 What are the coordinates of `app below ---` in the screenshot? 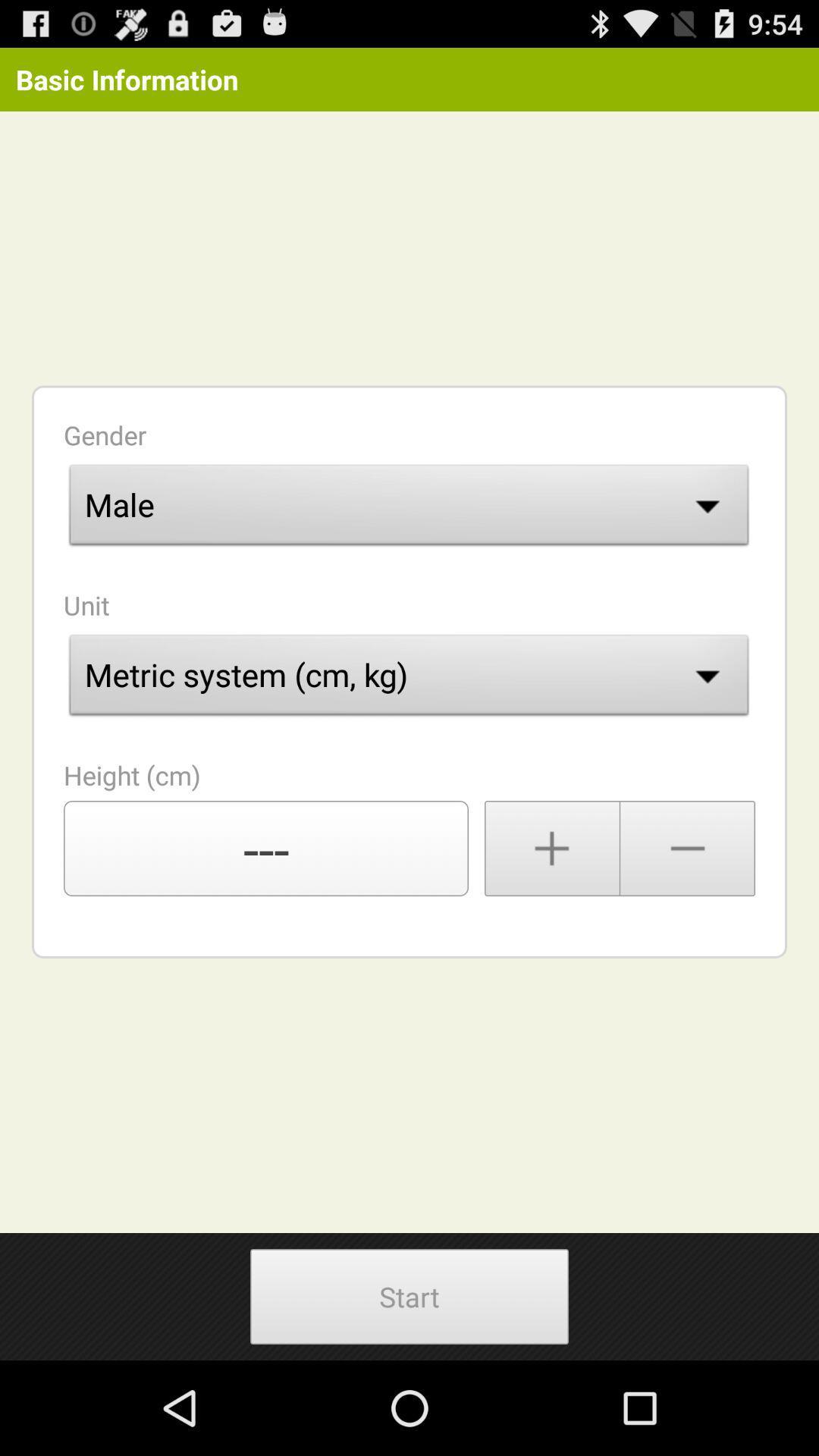 It's located at (409, 1295).